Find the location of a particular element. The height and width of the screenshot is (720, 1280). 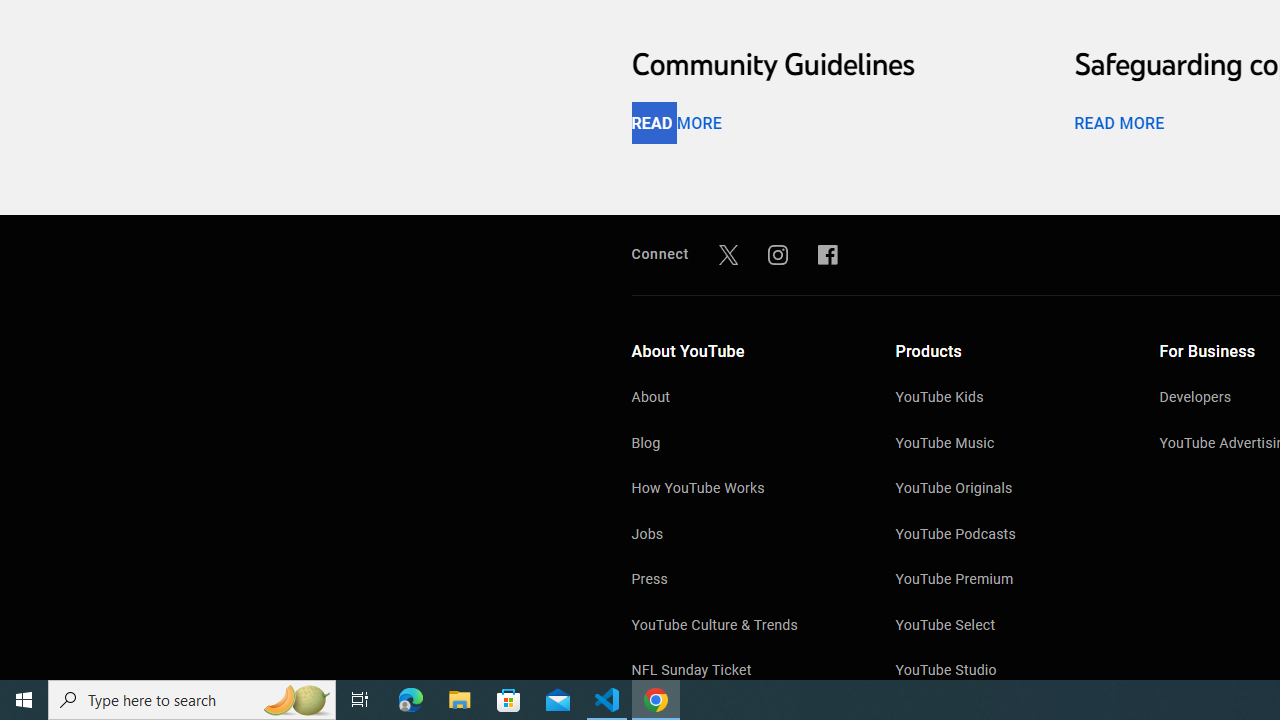

'YouTube Originals' is located at coordinates (1007, 490).